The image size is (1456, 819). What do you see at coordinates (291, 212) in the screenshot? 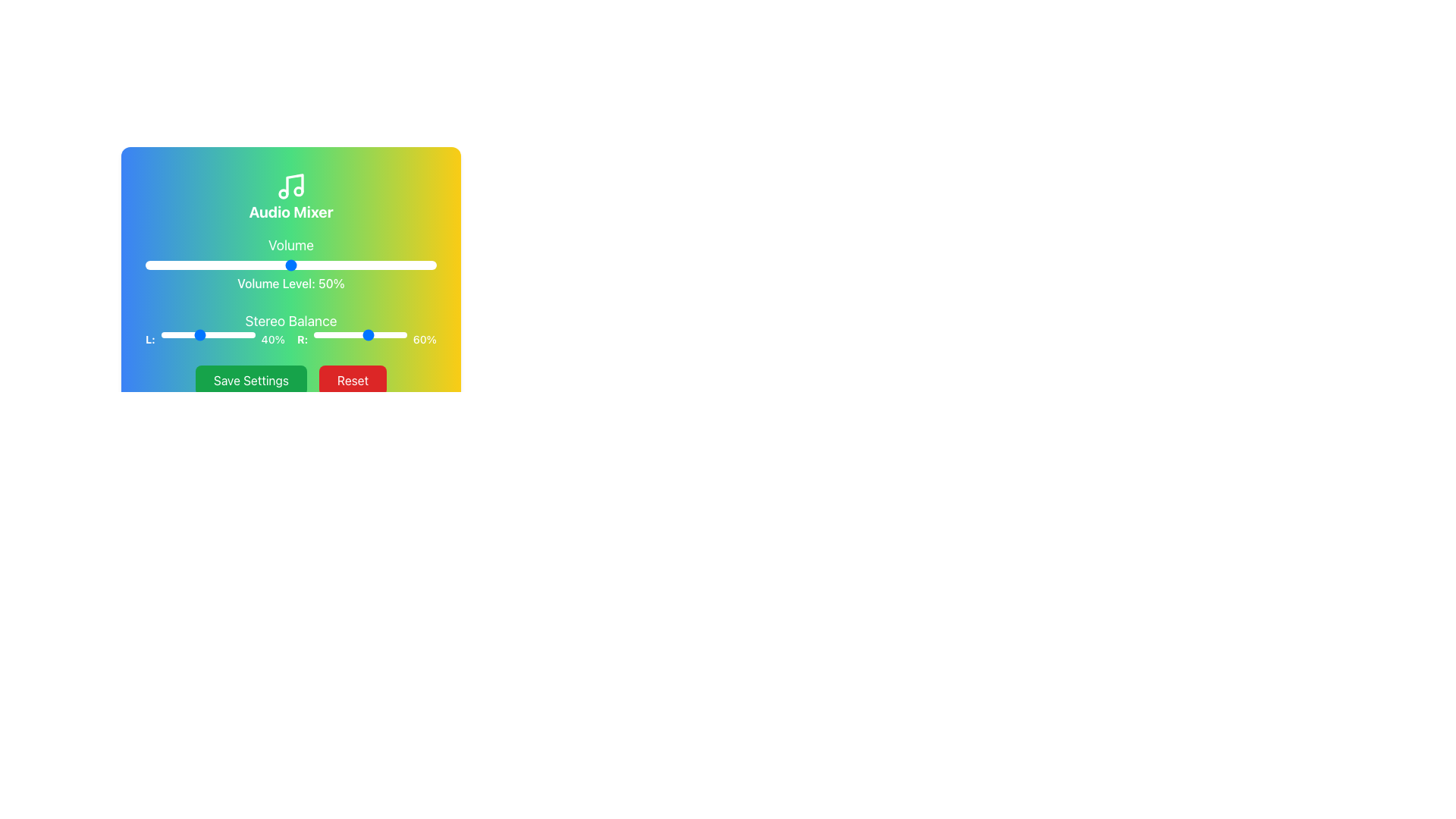
I see `the 'Audio Mixer' text block, which is prominently displayed in bold and large font, located at the top section of the audio mixer control interface` at bounding box center [291, 212].